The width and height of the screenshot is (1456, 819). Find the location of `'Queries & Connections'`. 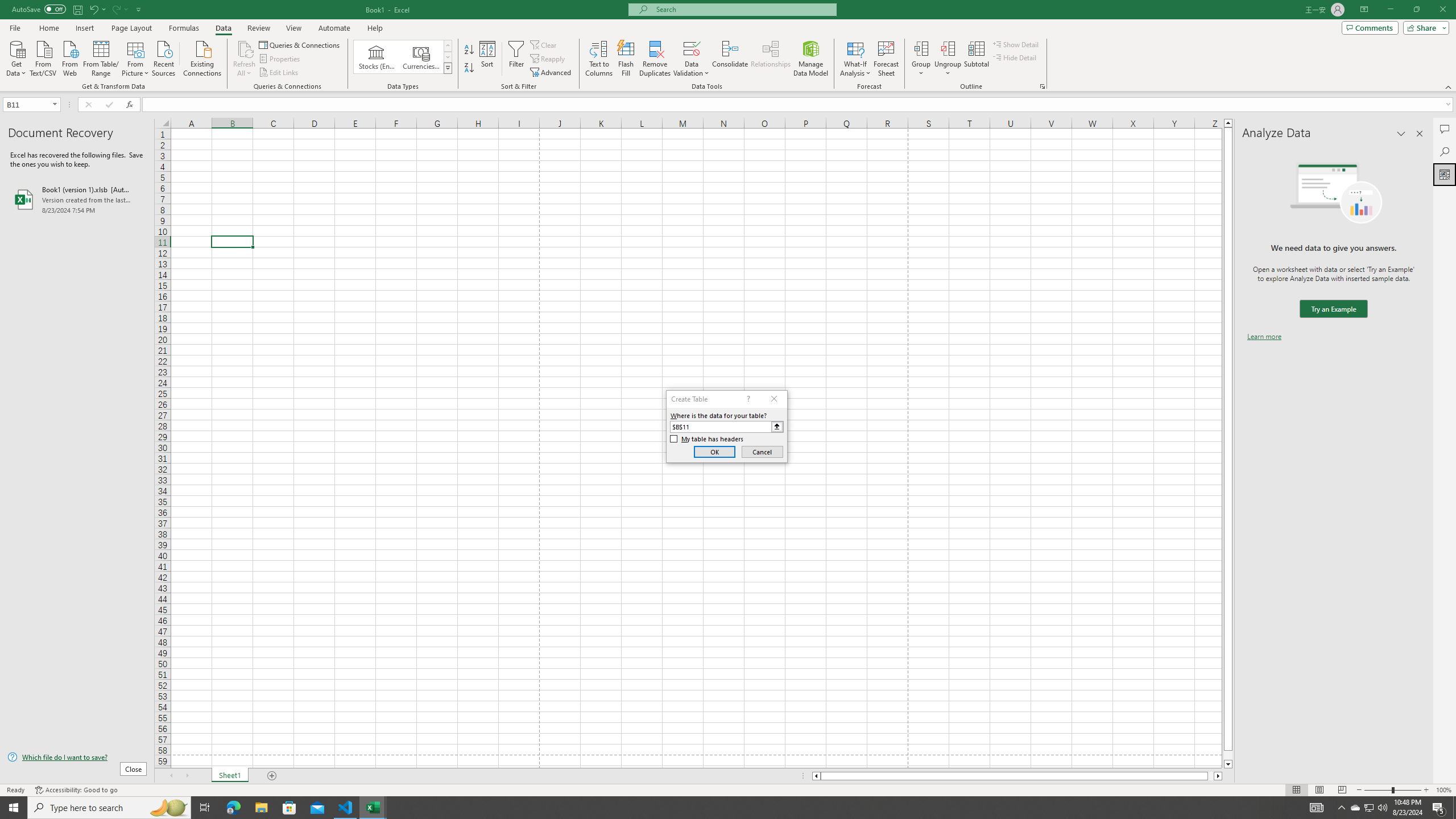

'Queries & Connections' is located at coordinates (300, 44).